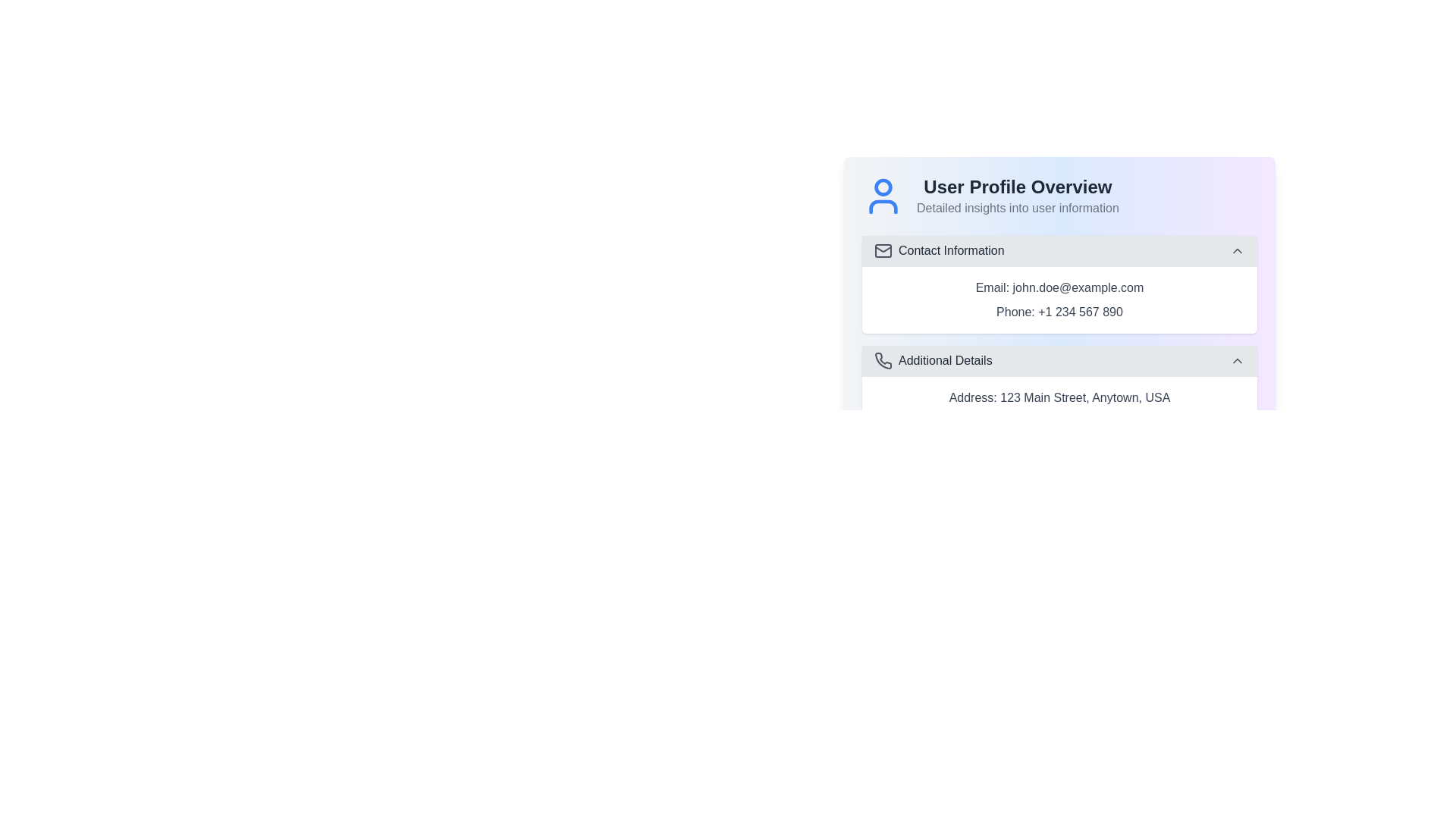 The width and height of the screenshot is (1456, 819). What do you see at coordinates (1059, 284) in the screenshot?
I see `the contact detail box titled 'Contact Information', which contains an email address 'john.doe@example.com' and a phone number '+1 234 567 890'` at bounding box center [1059, 284].